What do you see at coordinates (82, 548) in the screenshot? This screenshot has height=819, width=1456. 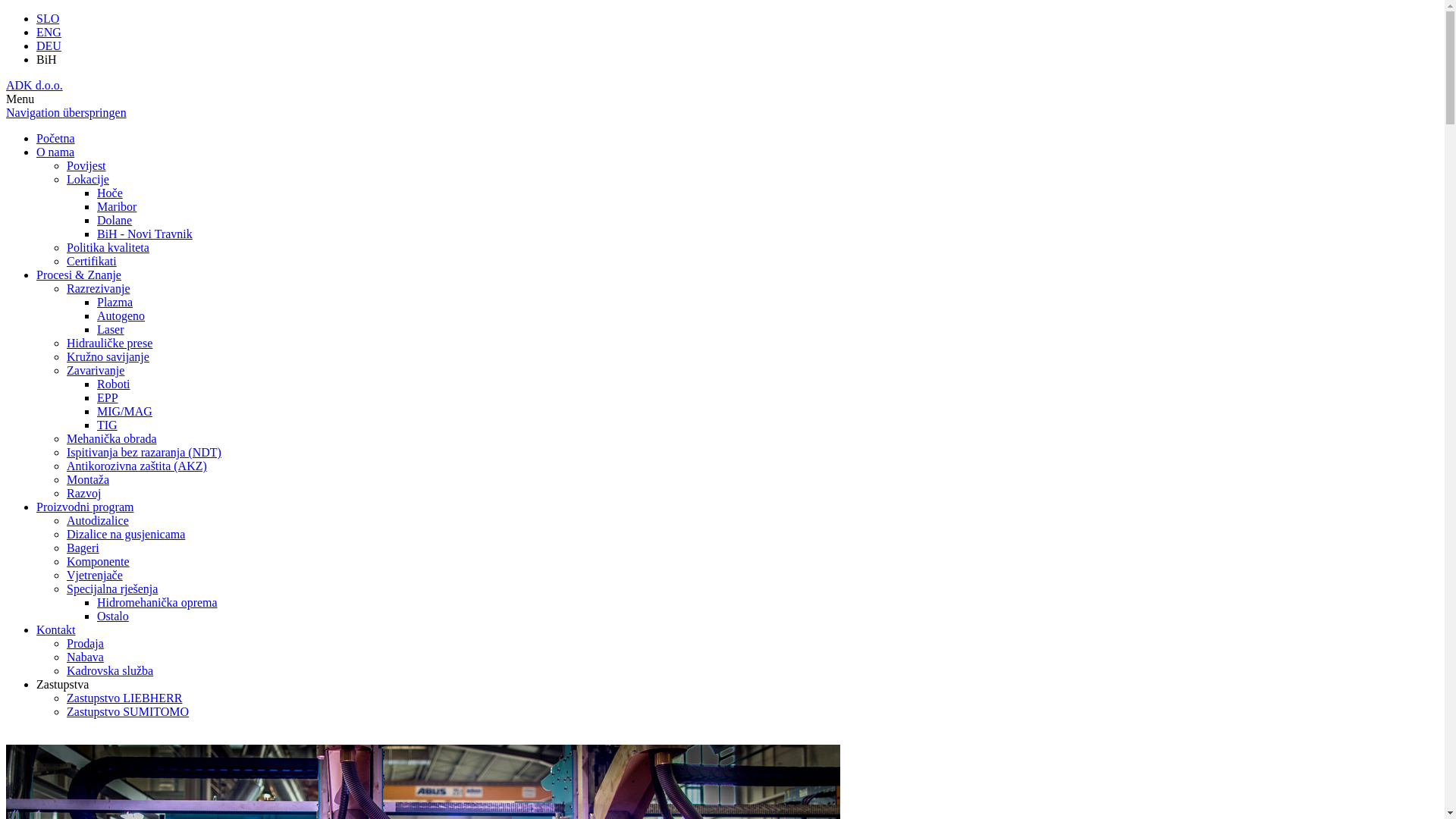 I see `'Bageri'` at bounding box center [82, 548].